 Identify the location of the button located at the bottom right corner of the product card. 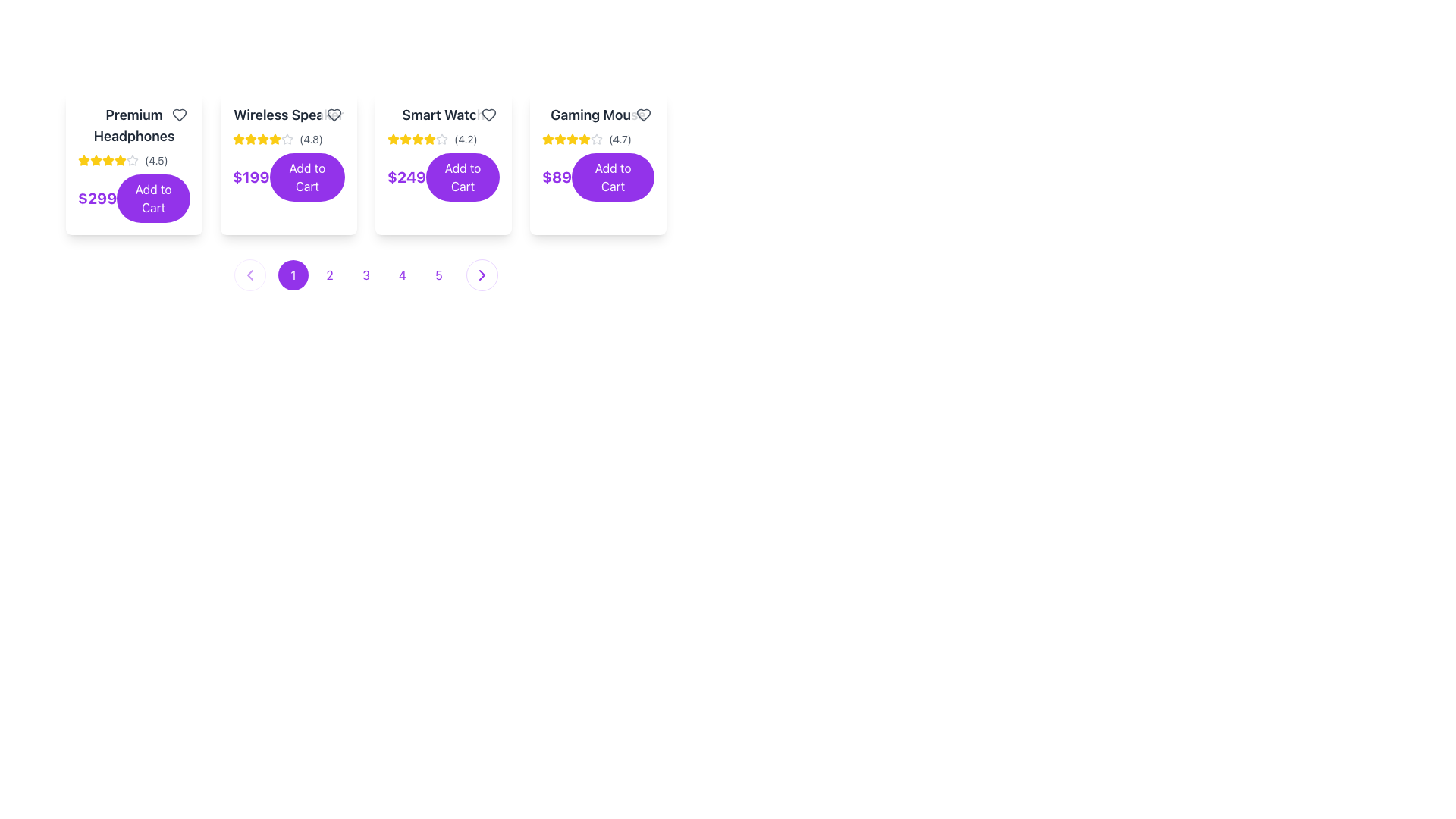
(462, 177).